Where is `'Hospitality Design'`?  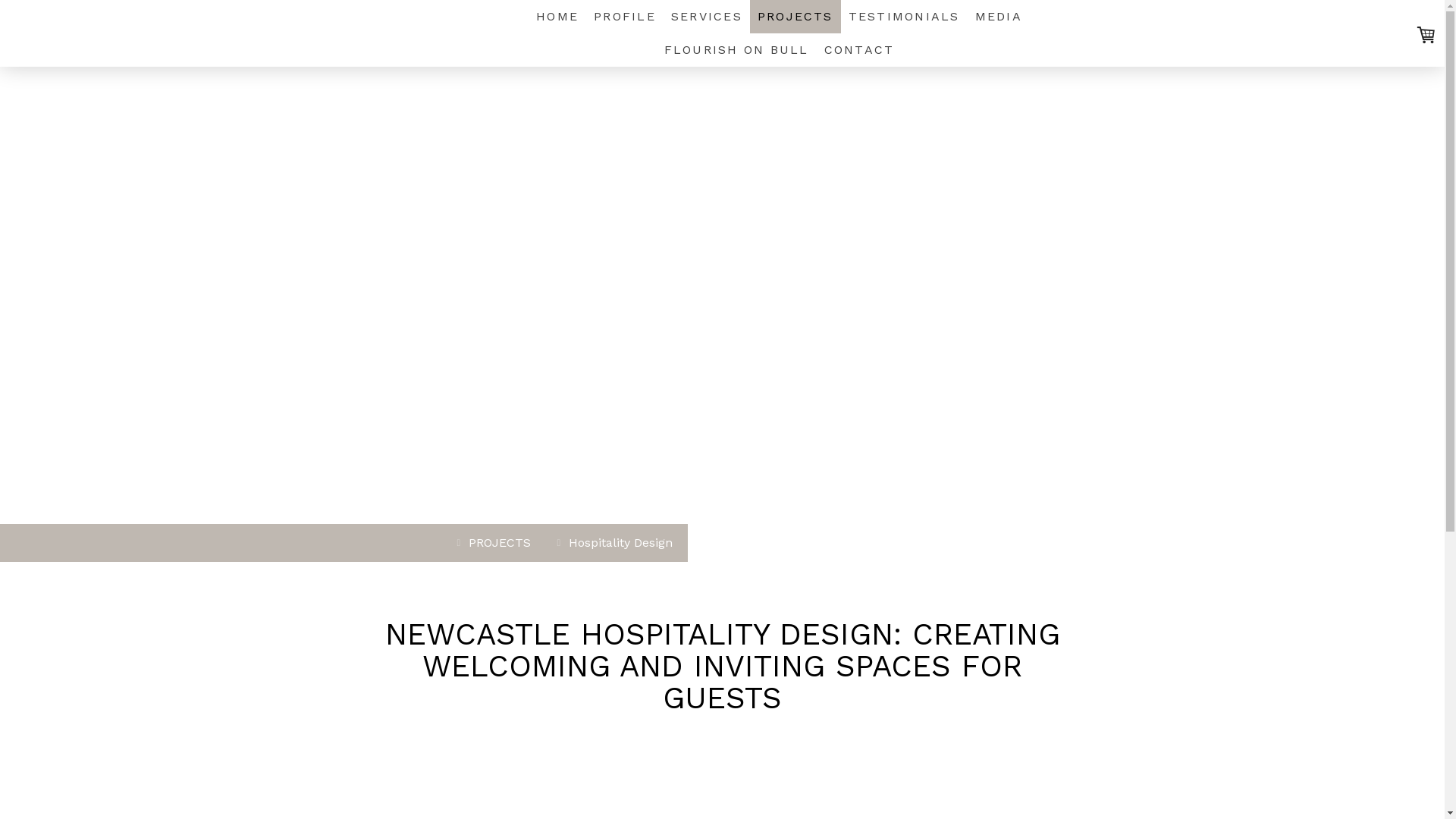 'Hospitality Design' is located at coordinates (617, 542).